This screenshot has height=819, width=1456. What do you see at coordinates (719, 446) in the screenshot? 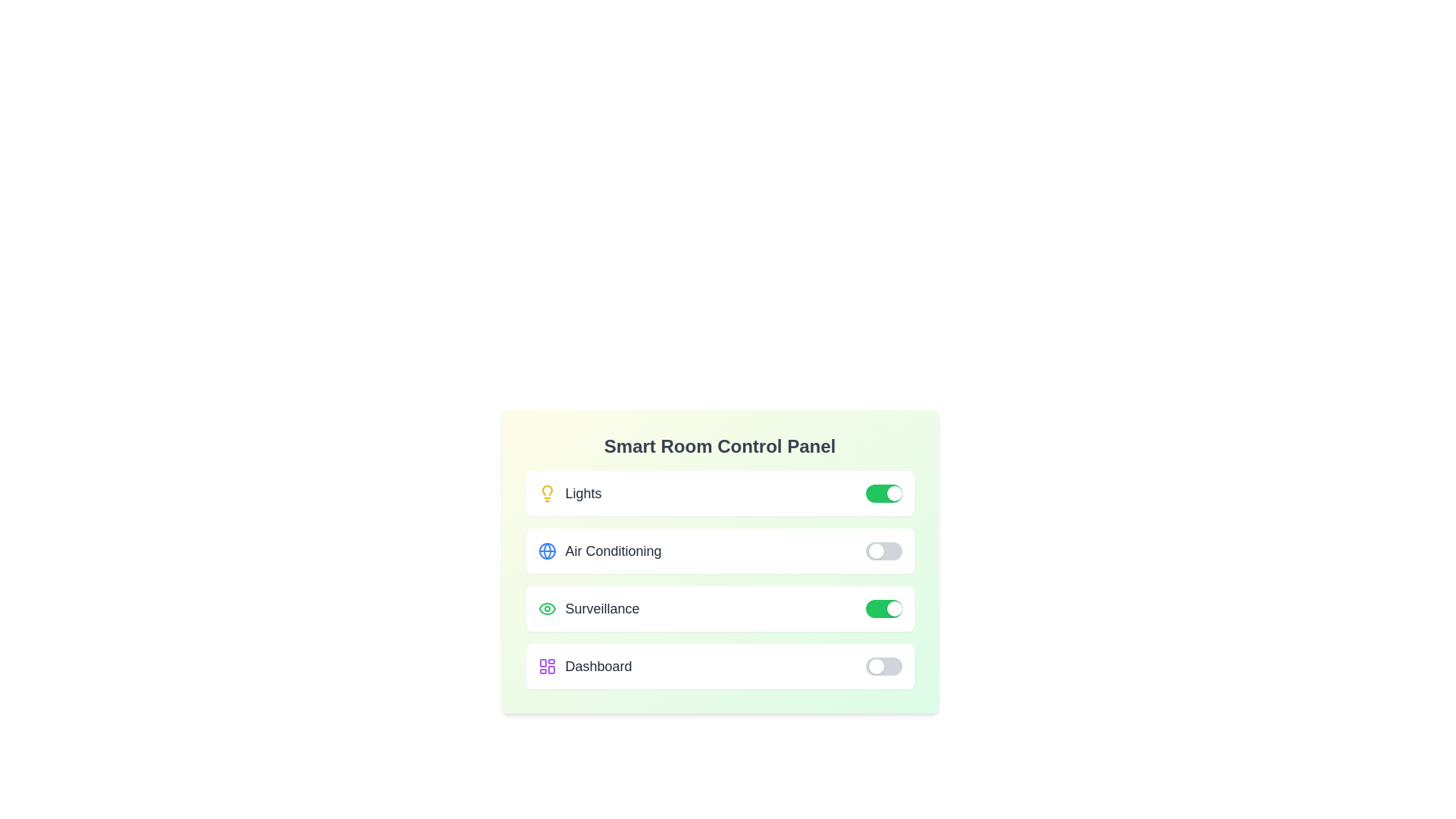
I see `the title 'Smart Room Control Panel' to select the text` at bounding box center [719, 446].